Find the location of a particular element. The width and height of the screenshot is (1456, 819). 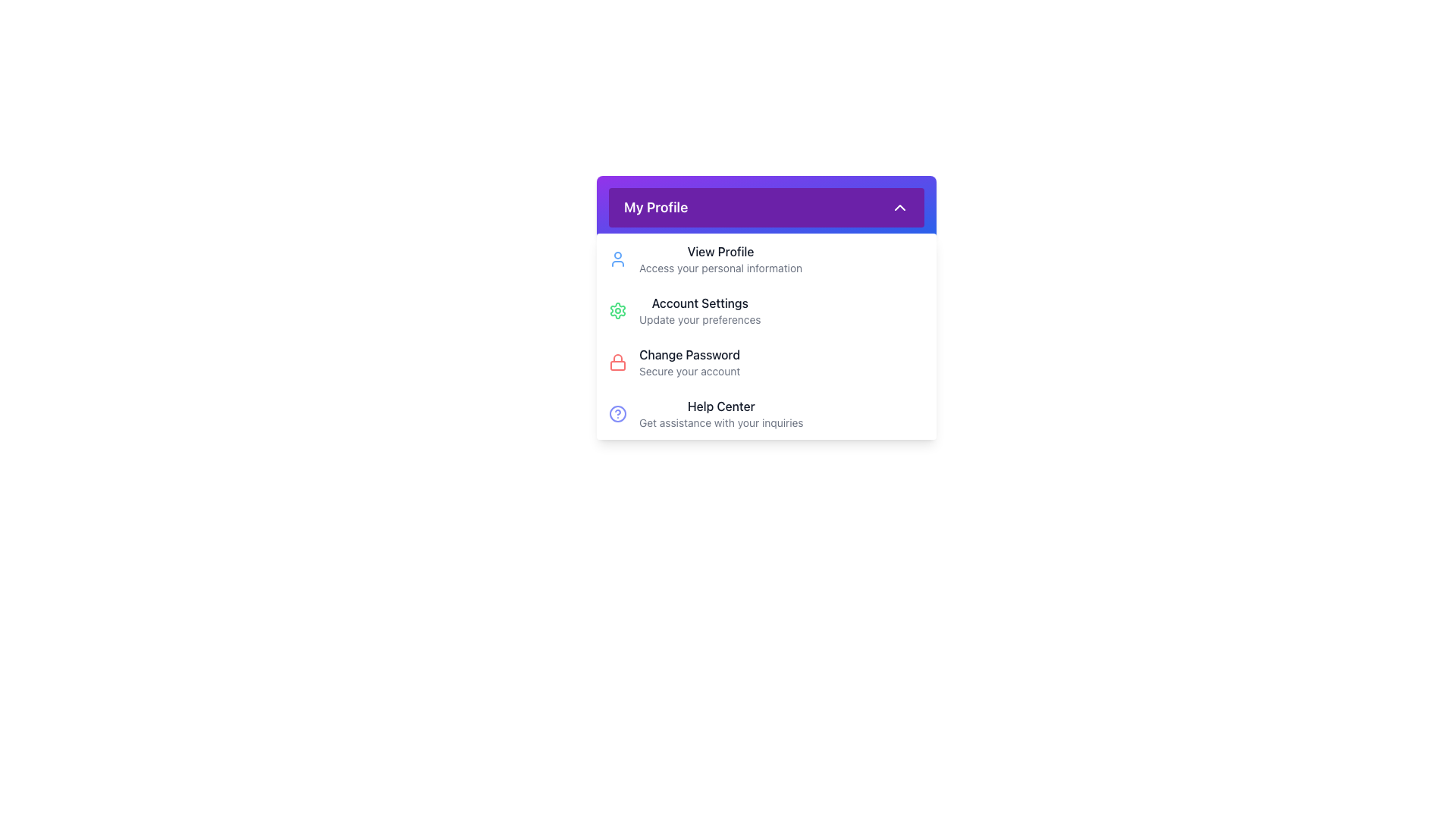

the text label that serves as a heading for the section under the purple heading 'My Profile', positioned between 'View Profile' and 'Change Password' is located at coordinates (699, 303).